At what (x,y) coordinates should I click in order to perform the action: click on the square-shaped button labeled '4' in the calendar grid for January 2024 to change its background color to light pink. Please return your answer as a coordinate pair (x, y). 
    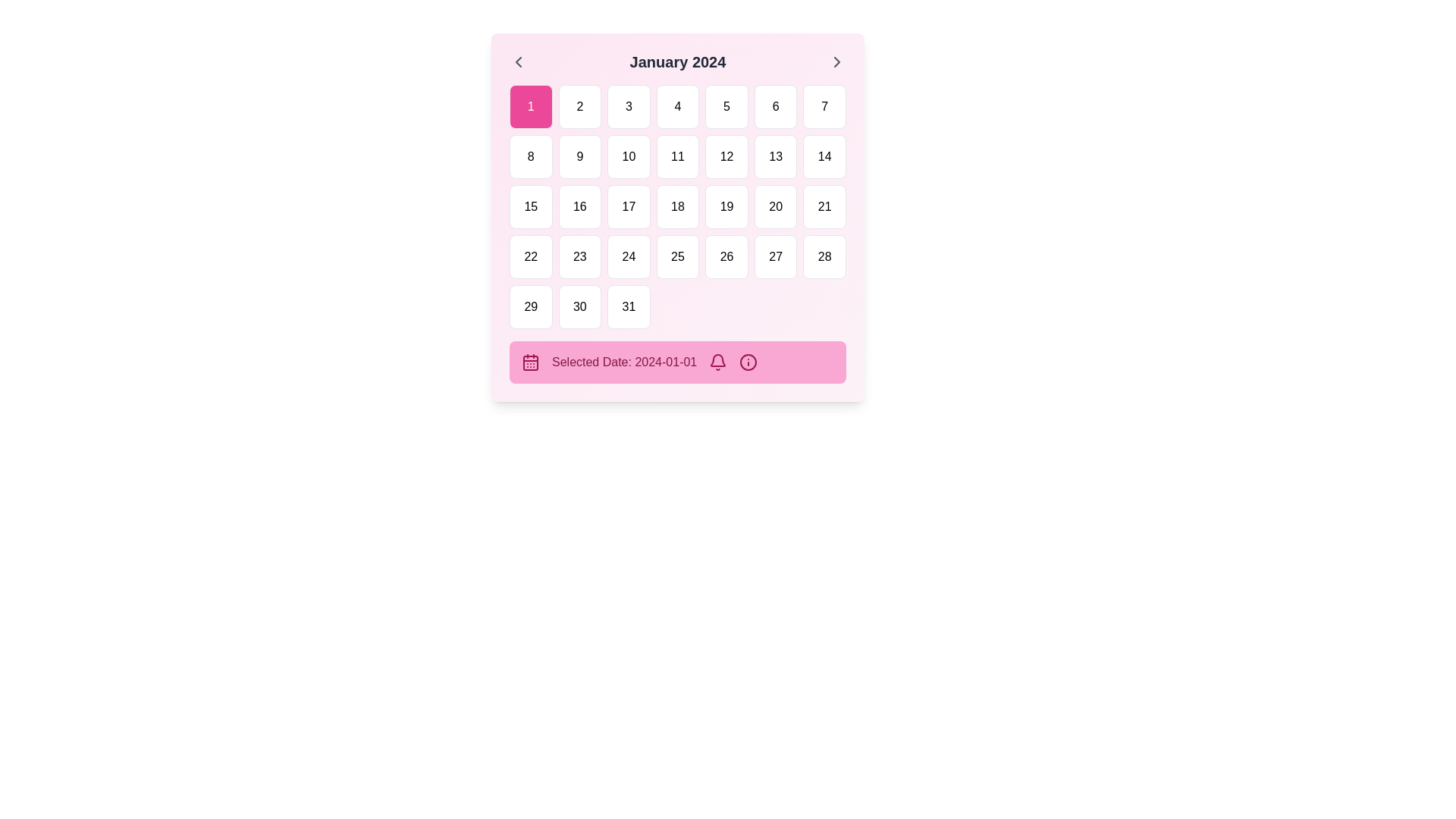
    Looking at the image, I should click on (676, 106).